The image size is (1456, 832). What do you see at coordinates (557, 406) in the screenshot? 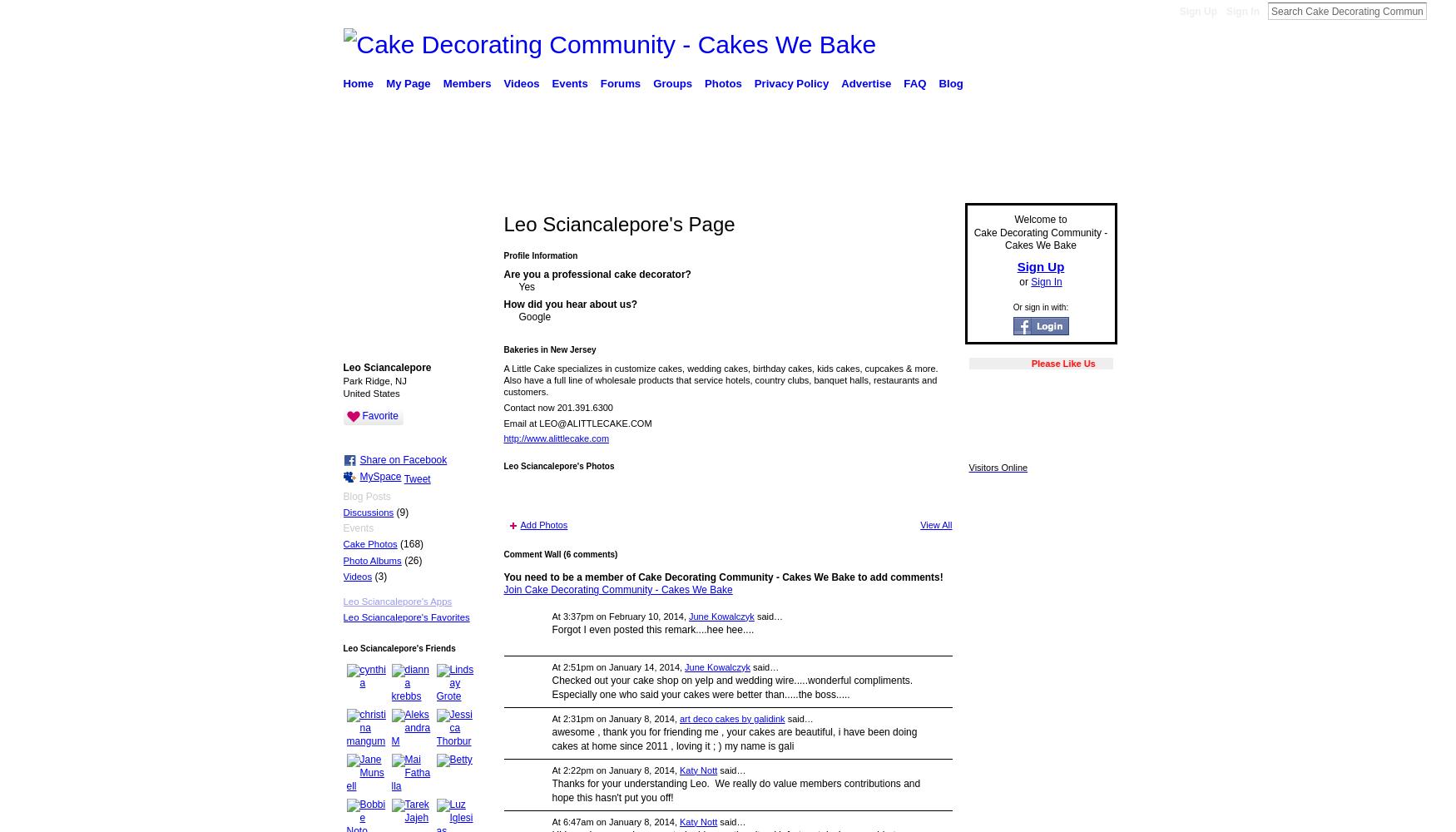
I see `'Contact now 201.391.6300'` at bounding box center [557, 406].